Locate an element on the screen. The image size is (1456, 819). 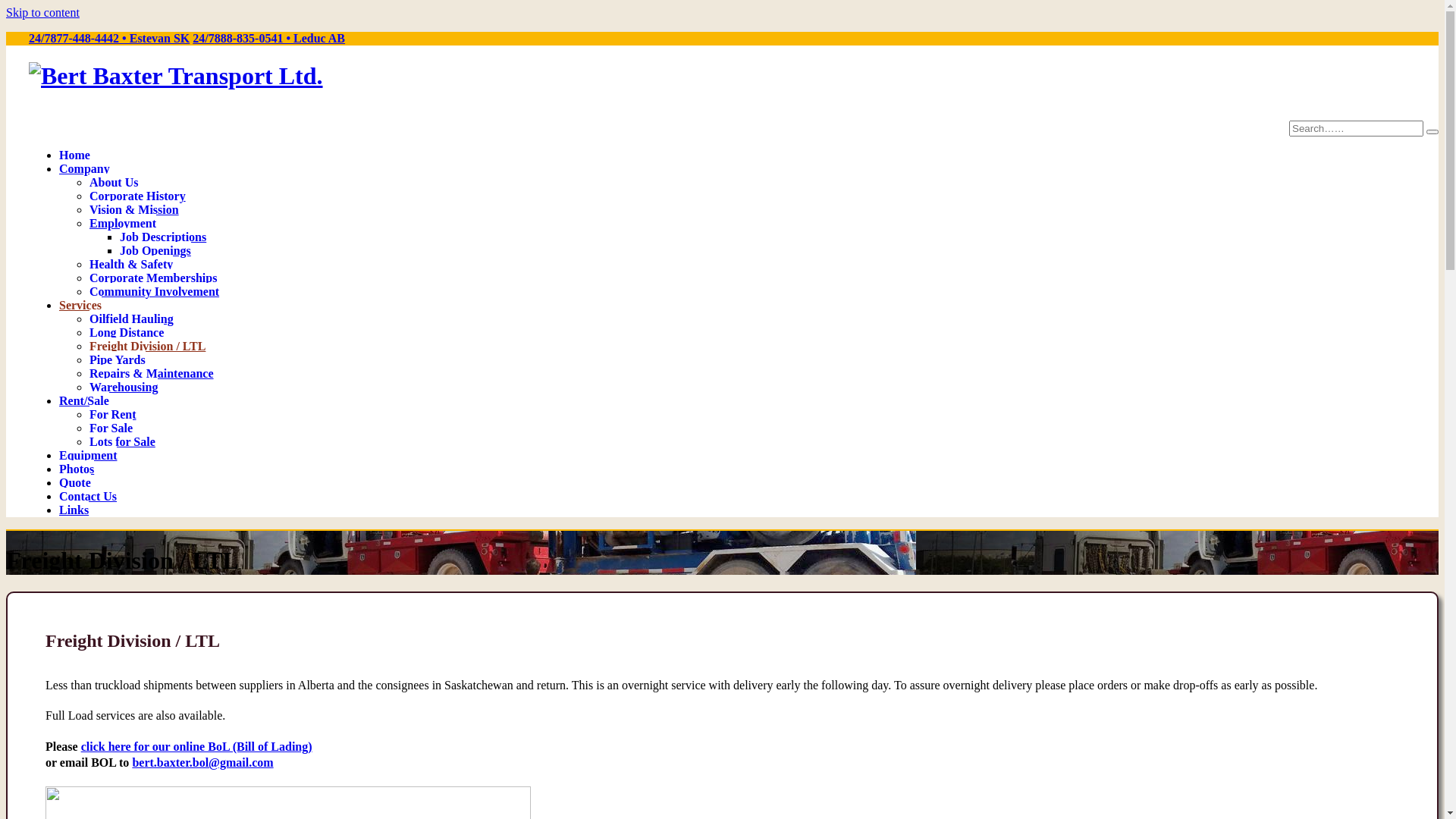
'Health & Safety' is located at coordinates (130, 262).